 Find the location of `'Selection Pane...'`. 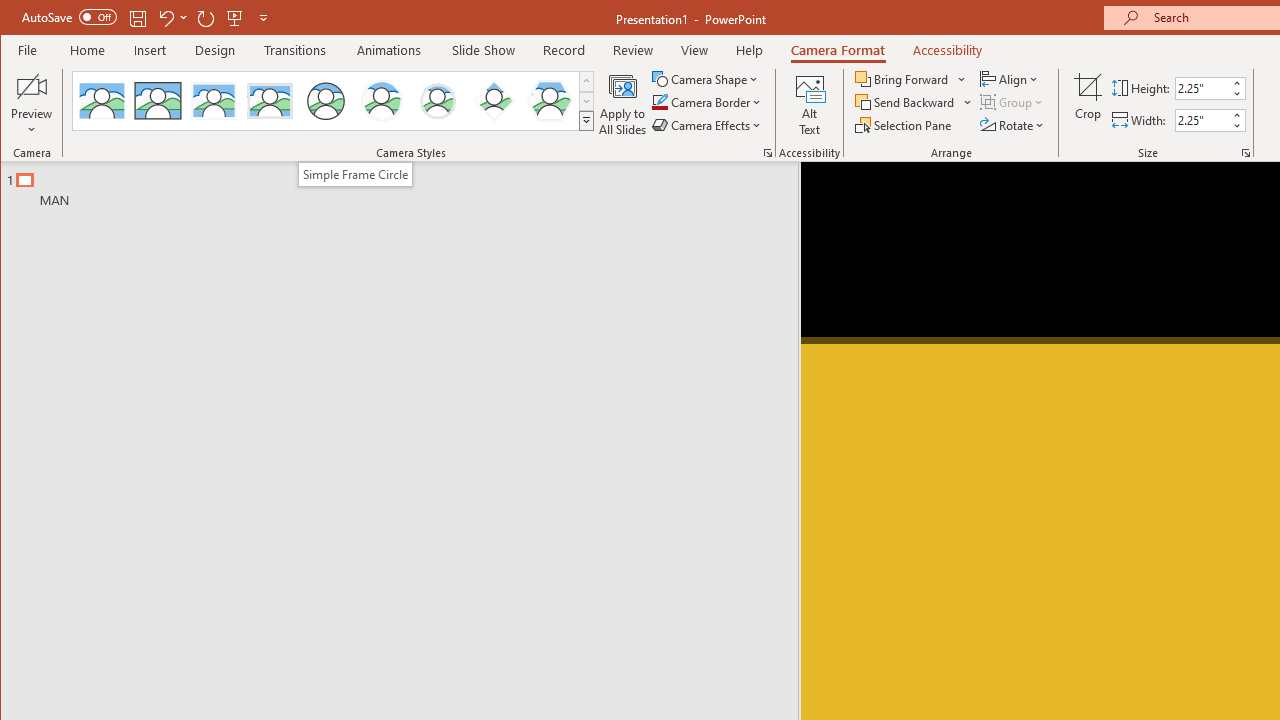

'Selection Pane...' is located at coordinates (903, 125).